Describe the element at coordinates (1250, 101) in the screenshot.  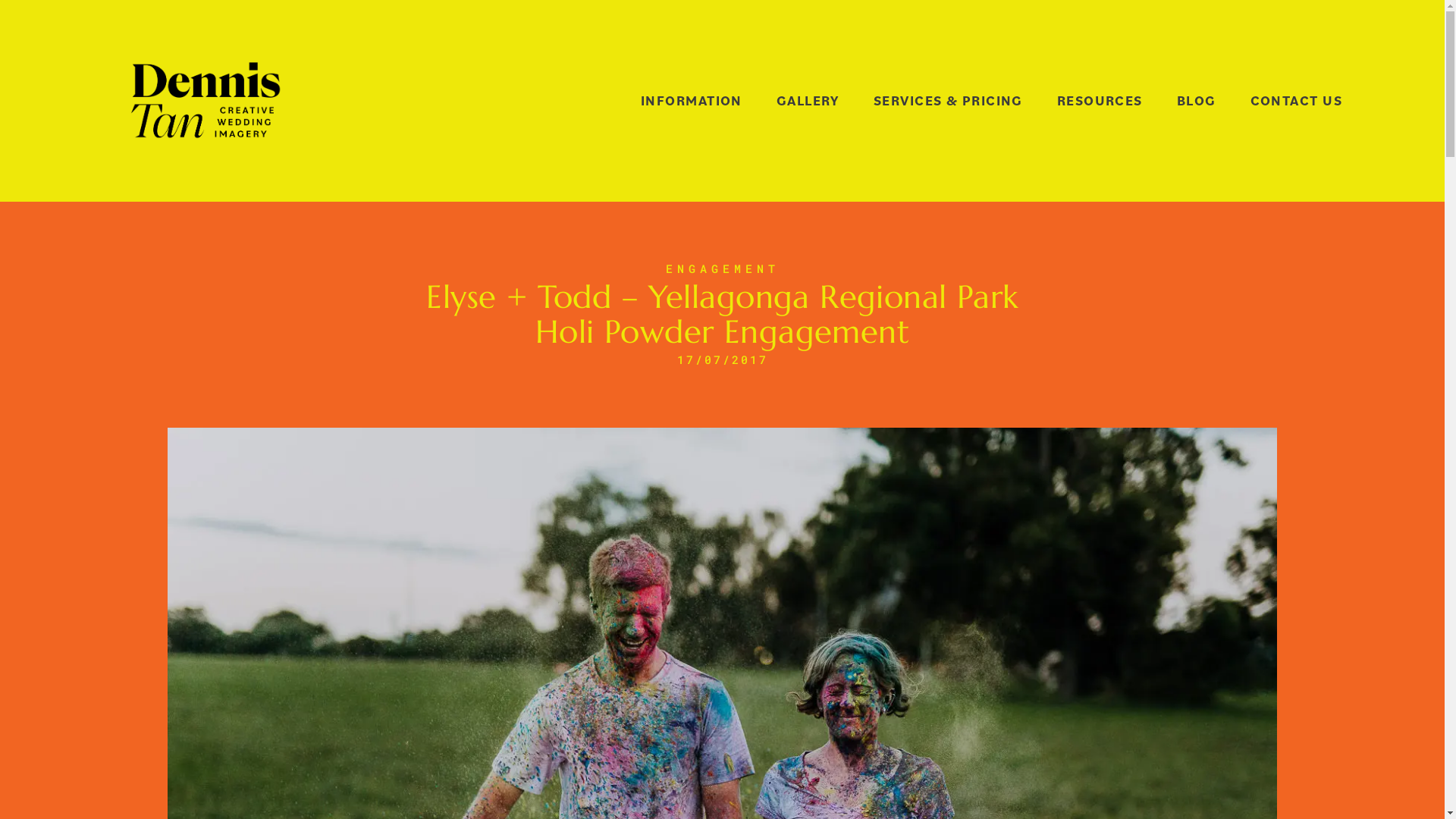
I see `'CONTACT US'` at that location.